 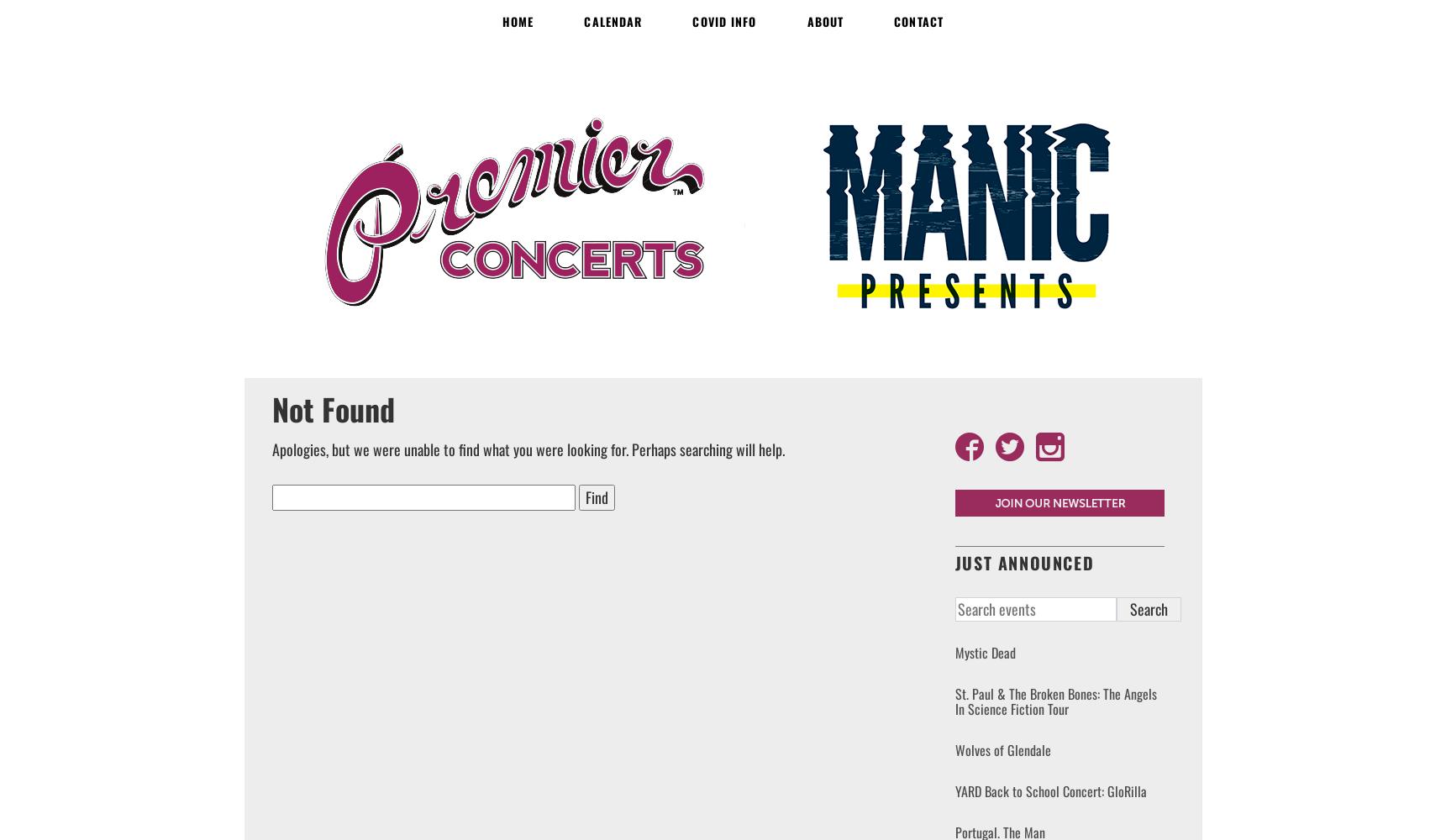 What do you see at coordinates (918, 21) in the screenshot?
I see `'Contact'` at bounding box center [918, 21].